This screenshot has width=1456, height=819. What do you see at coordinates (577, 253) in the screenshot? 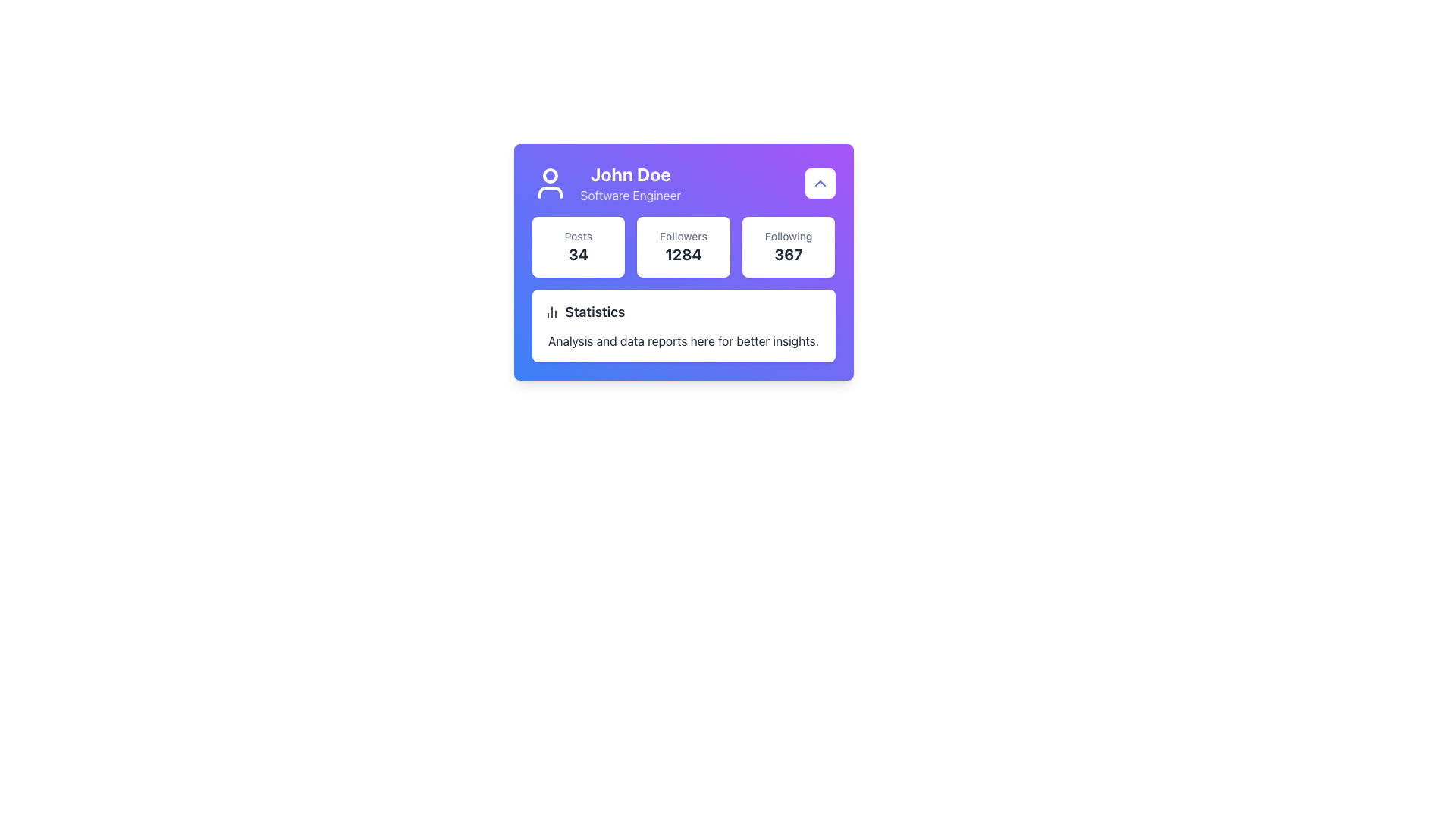
I see `text label indicating the count of posts associated with the user, located within the upper-left section of a white card under the 'Posts' label` at bounding box center [577, 253].